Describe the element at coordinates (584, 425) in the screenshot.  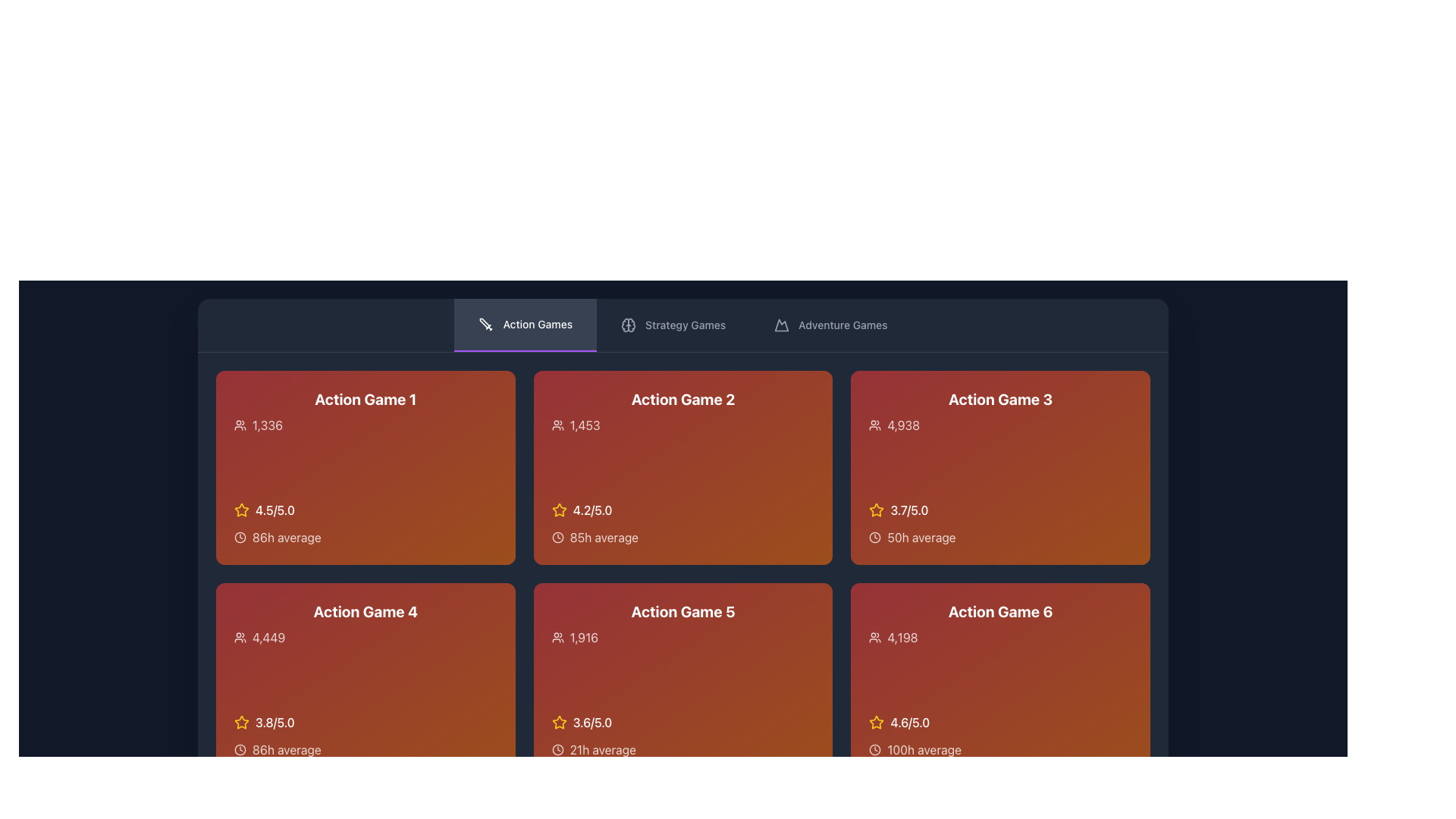
I see `participant count information displayed in the label located in the upper-left portion of the 'Action Game 2' card, adjacent to the user icon` at that location.